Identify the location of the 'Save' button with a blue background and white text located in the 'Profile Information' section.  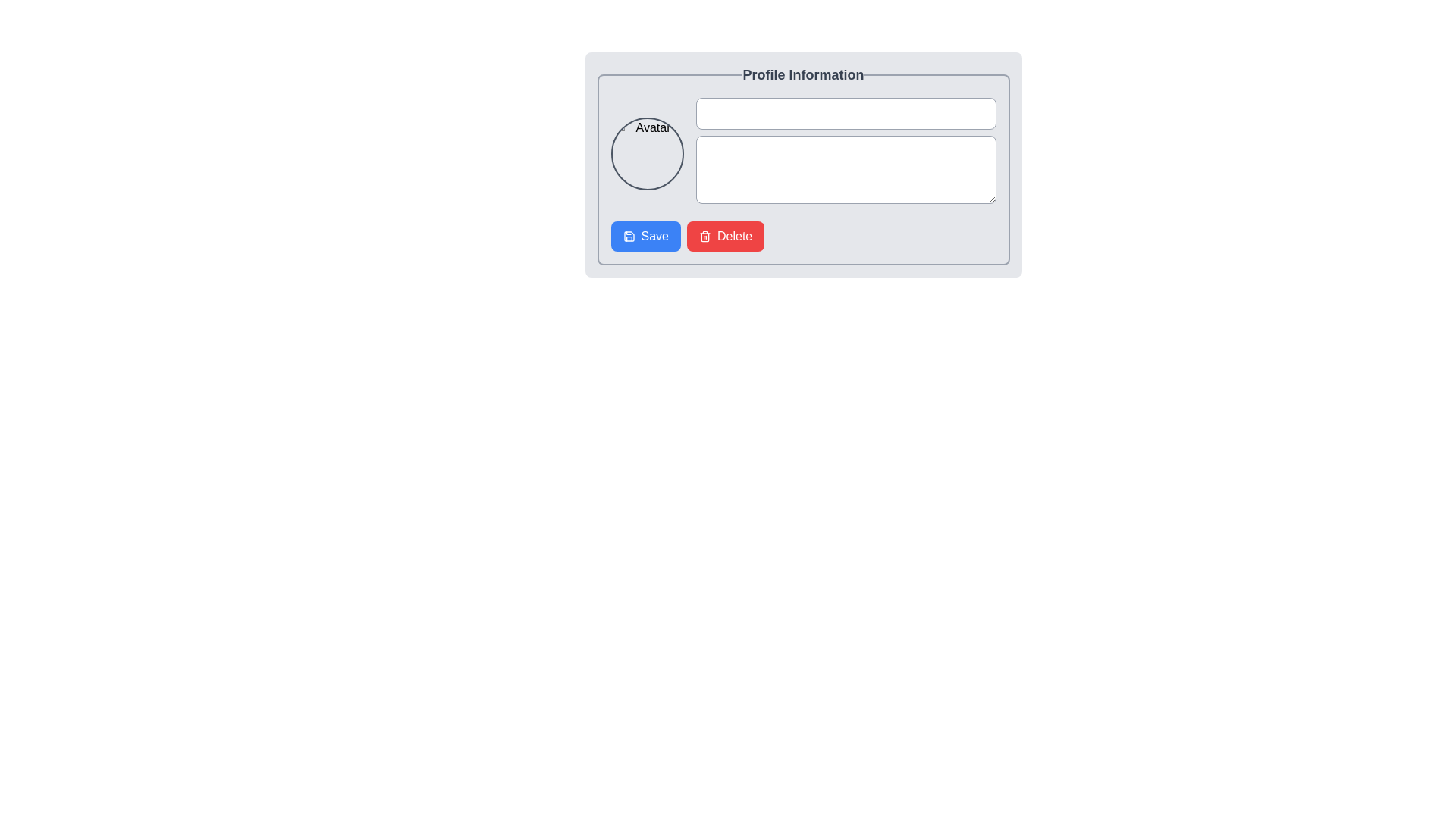
(645, 237).